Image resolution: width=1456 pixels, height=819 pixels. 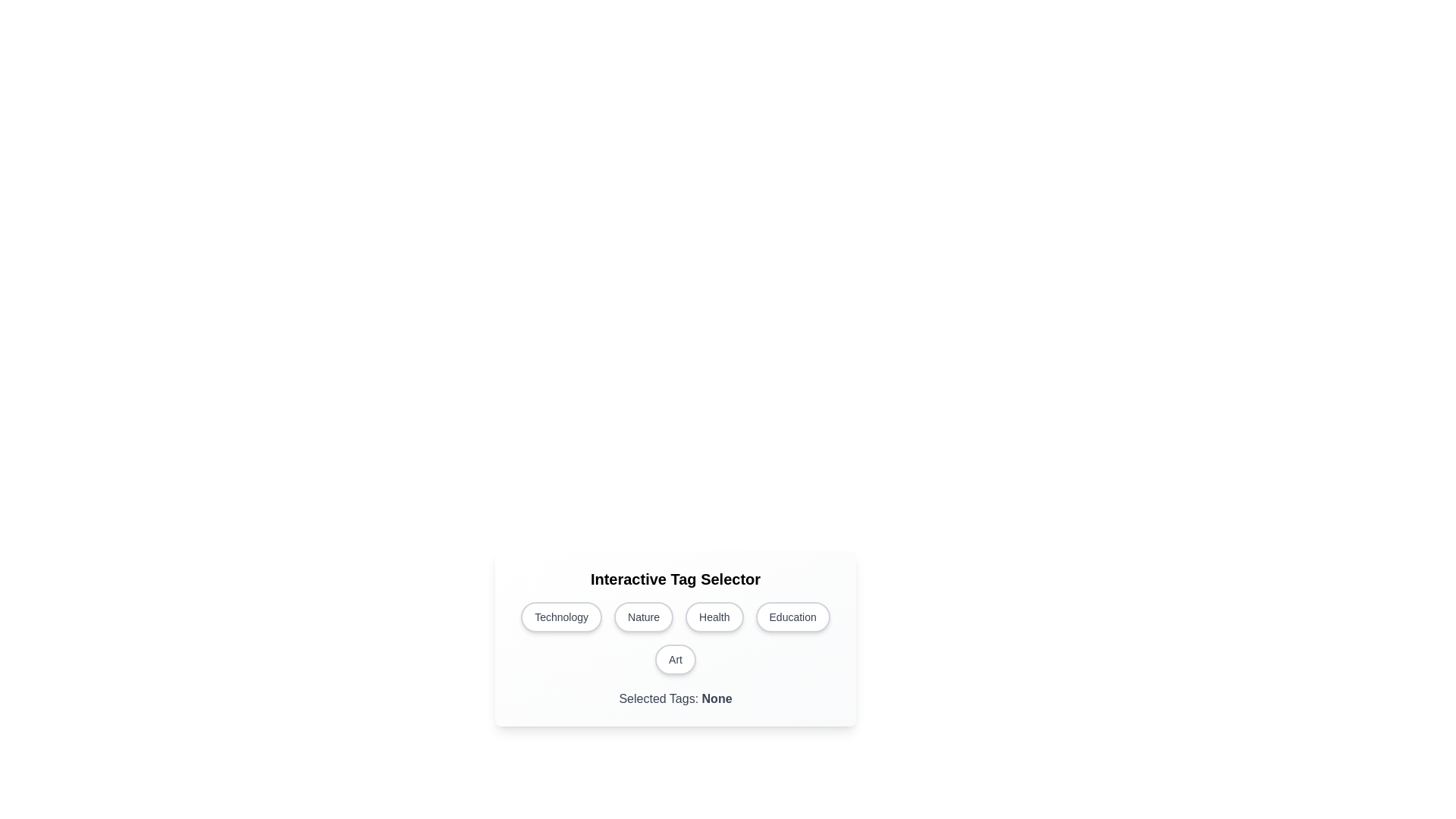 What do you see at coordinates (560, 617) in the screenshot?
I see `the Technology tag to select or deselect it` at bounding box center [560, 617].